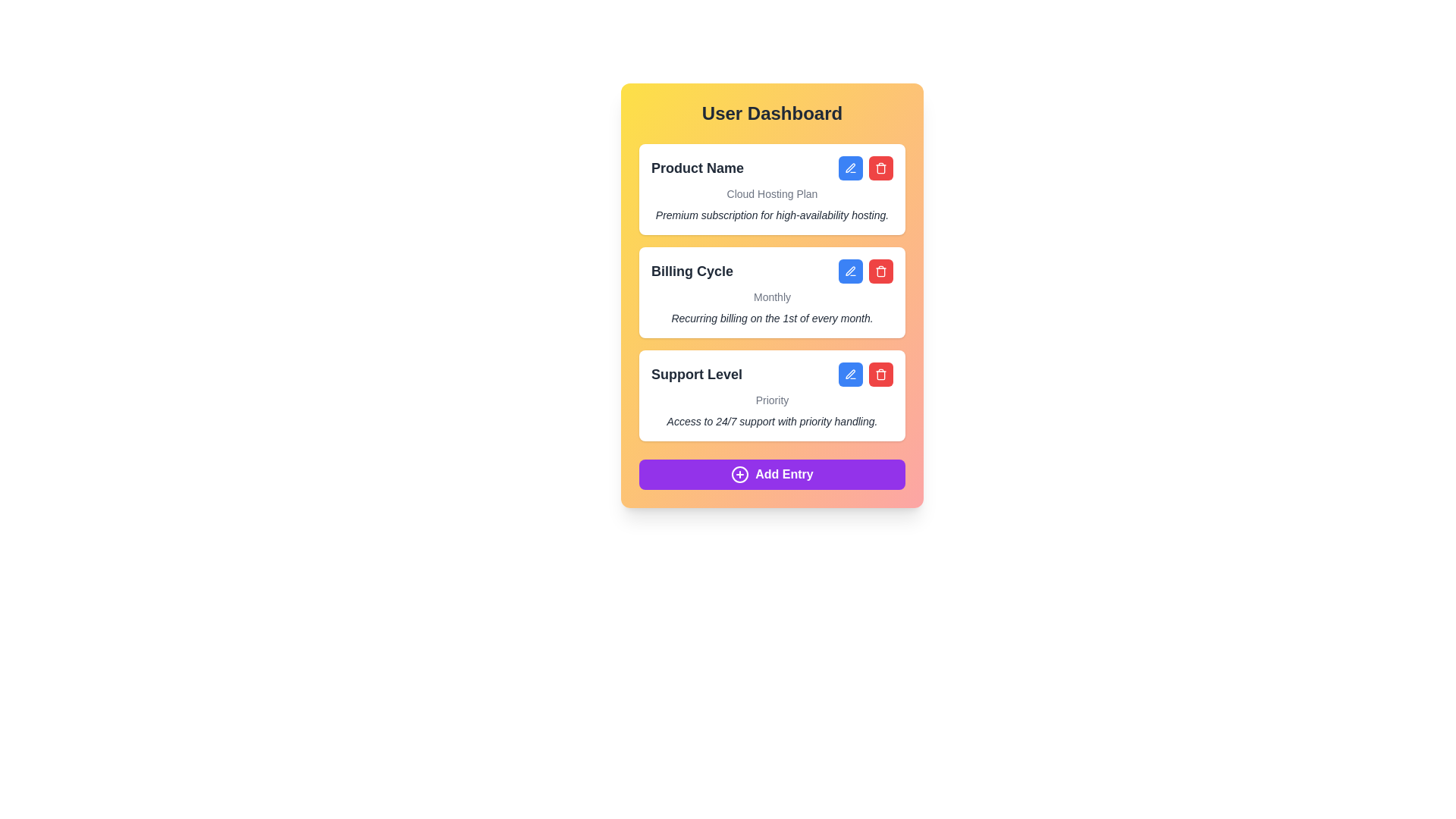 The width and height of the screenshot is (1456, 819). I want to click on the static text label displaying the word 'Monthly' in the 'Billing Cycle' section, so click(772, 297).